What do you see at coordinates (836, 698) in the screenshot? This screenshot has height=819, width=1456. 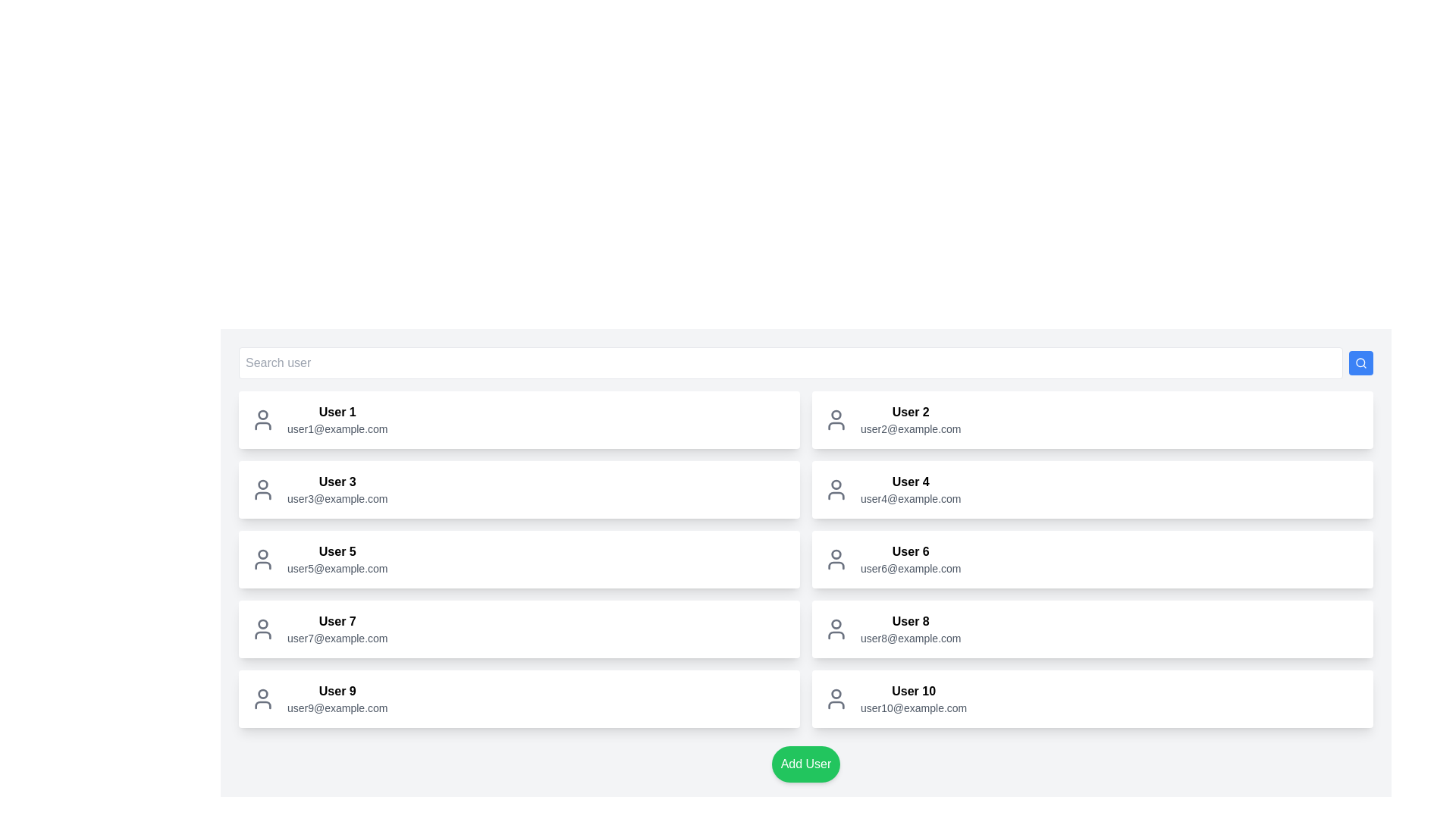 I see `the user icon, which is a gray circular outline with a head and shoulders representation, located in the top-left area of the card displaying 'User 10' and 'user10@example.com'` at bounding box center [836, 698].